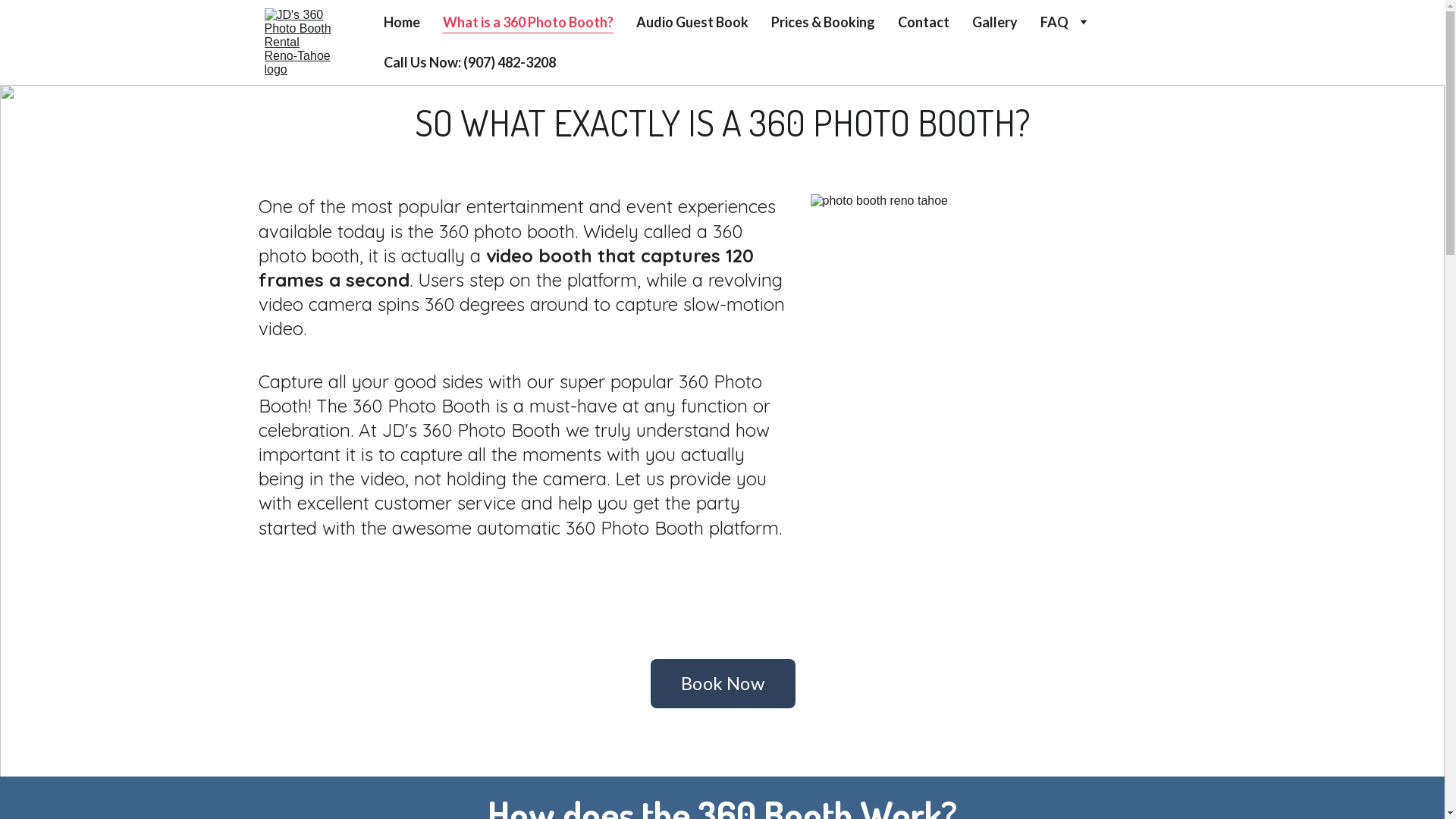 The width and height of the screenshot is (1456, 819). Describe the element at coordinates (528, 22) in the screenshot. I see `'What is a 360 Photo Booth?'` at that location.